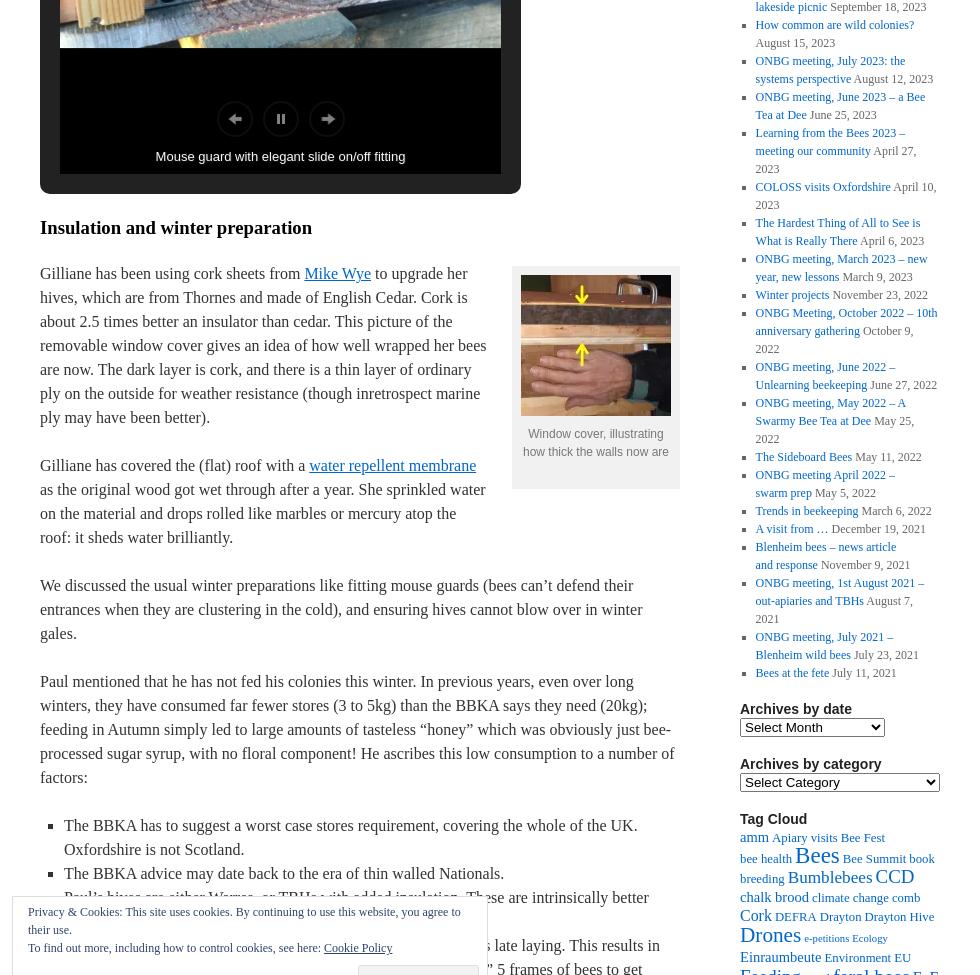  What do you see at coordinates (171, 273) in the screenshot?
I see `'Gilliane has been using cork sheets from'` at bounding box center [171, 273].